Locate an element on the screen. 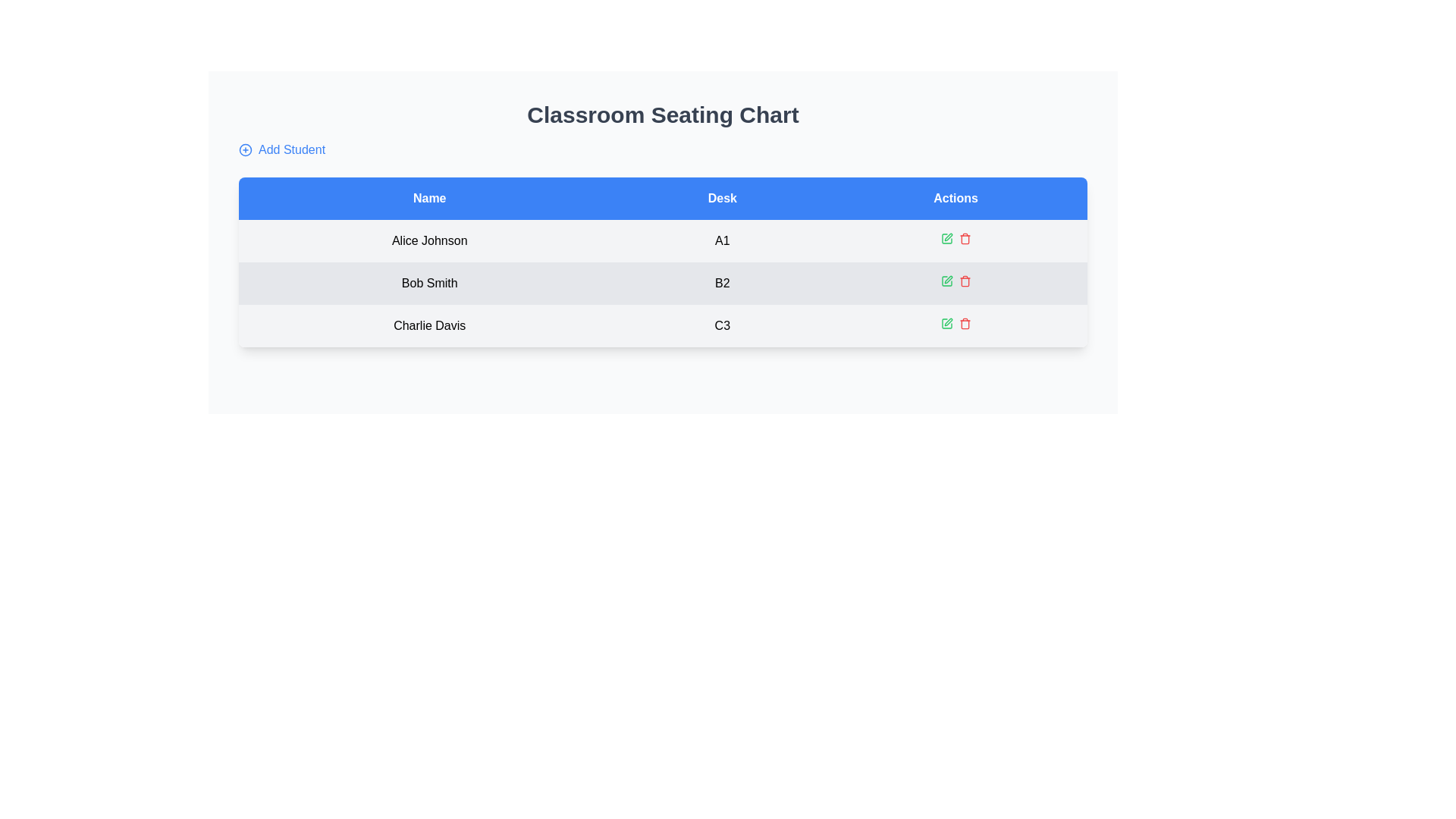 The width and height of the screenshot is (1456, 819). the SVG icon resembling a square shape with a pen overlay located in the 'Actions' column of the table's first row, aligned is located at coordinates (946, 239).